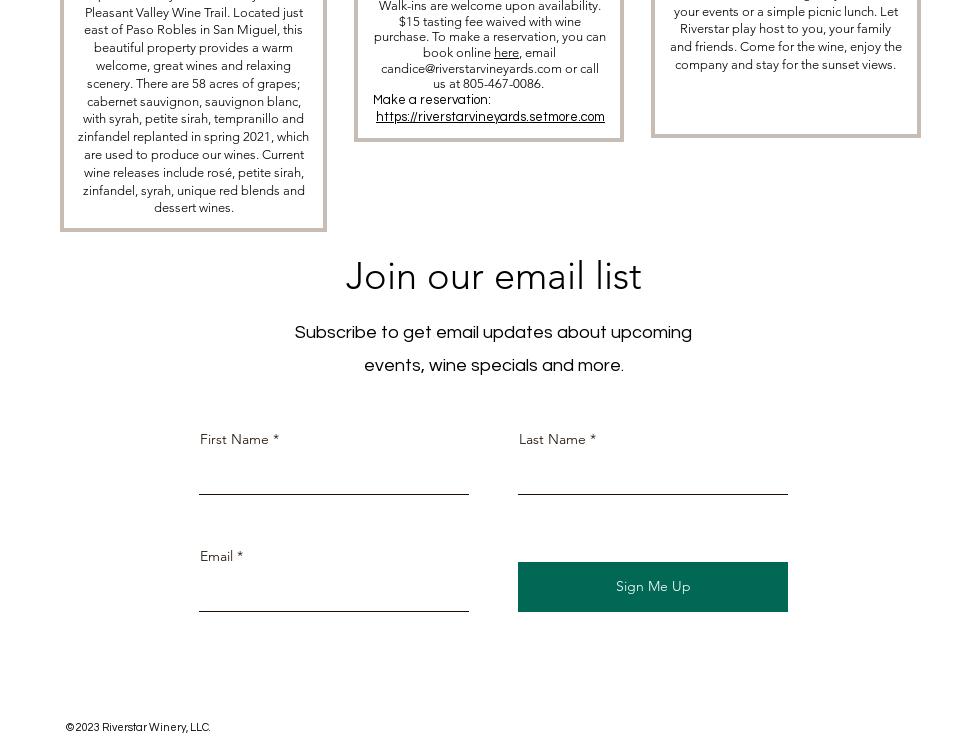 The image size is (980, 736). What do you see at coordinates (493, 348) in the screenshot?
I see `'Subscribe to get email updates about upcoming events, wine specials and more.'` at bounding box center [493, 348].